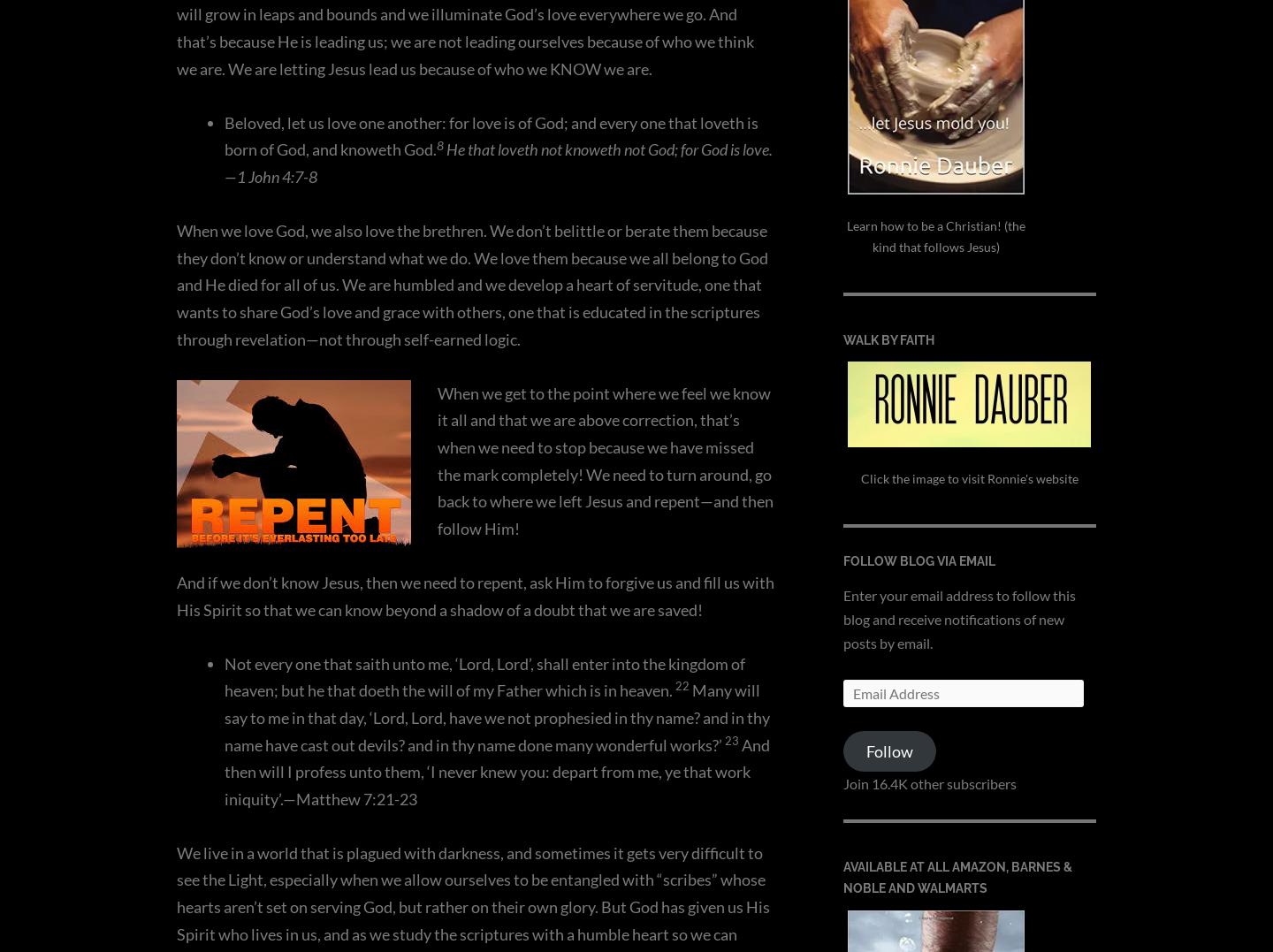  What do you see at coordinates (606, 459) in the screenshot?
I see `'When we get to the point where we feel we know it all and that we are above correction, that’s when we need to stop because we have missed the mark completely! We need to turn around, go back to where we left Jesus and repent—and then follow Him!'` at bounding box center [606, 459].